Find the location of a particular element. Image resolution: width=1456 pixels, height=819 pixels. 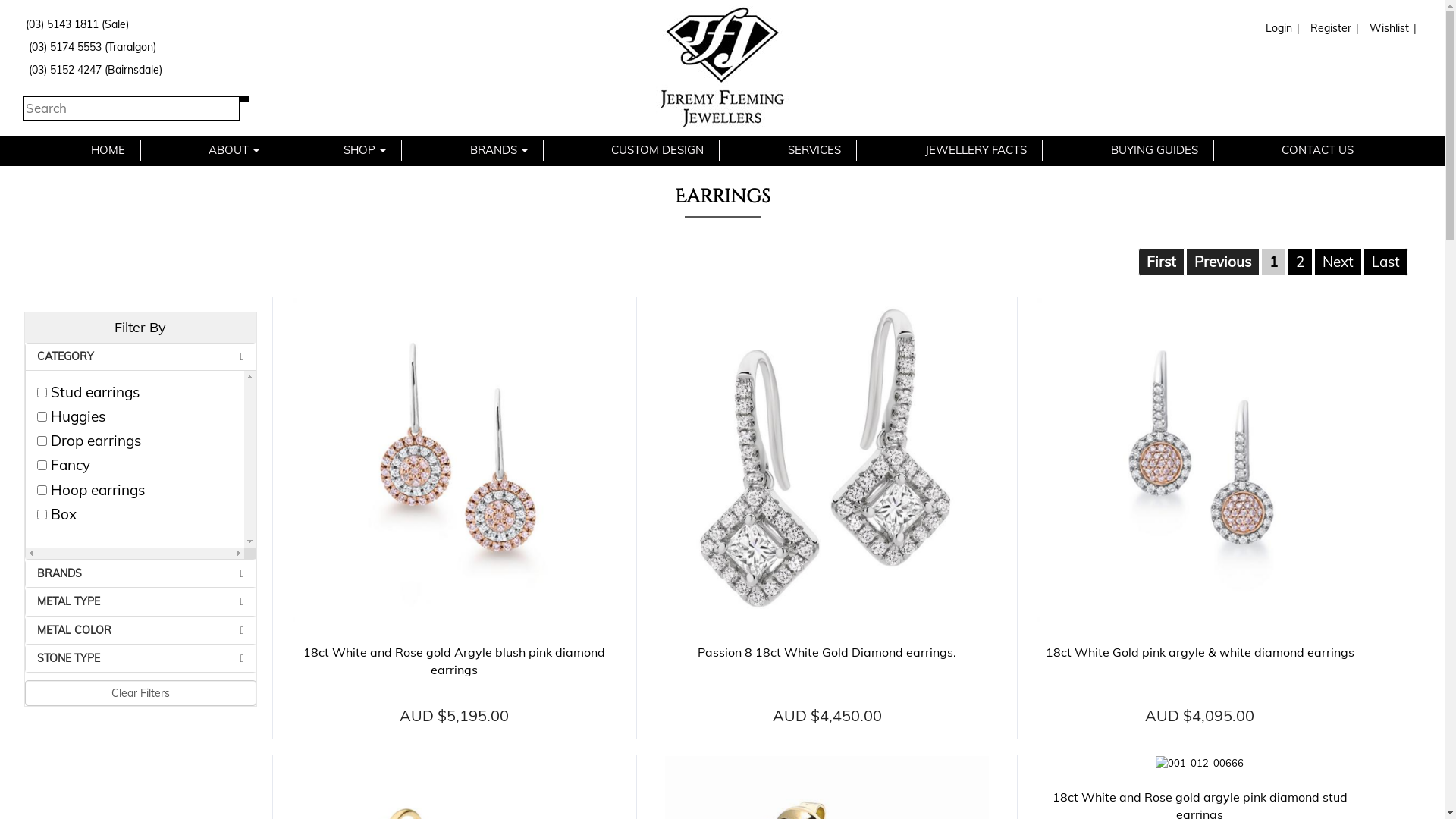

'Hoop earrings' is located at coordinates (42, 490).